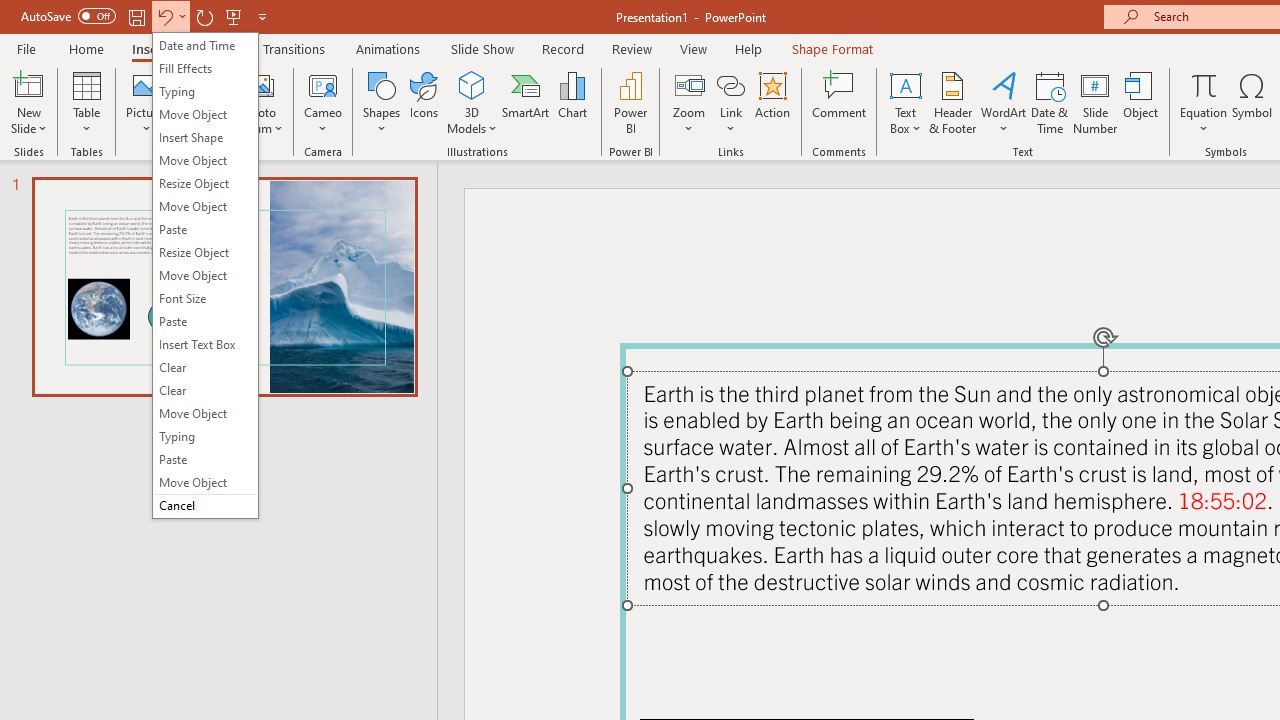 This screenshot has height=720, width=1280. I want to click on 'View', so click(693, 48).